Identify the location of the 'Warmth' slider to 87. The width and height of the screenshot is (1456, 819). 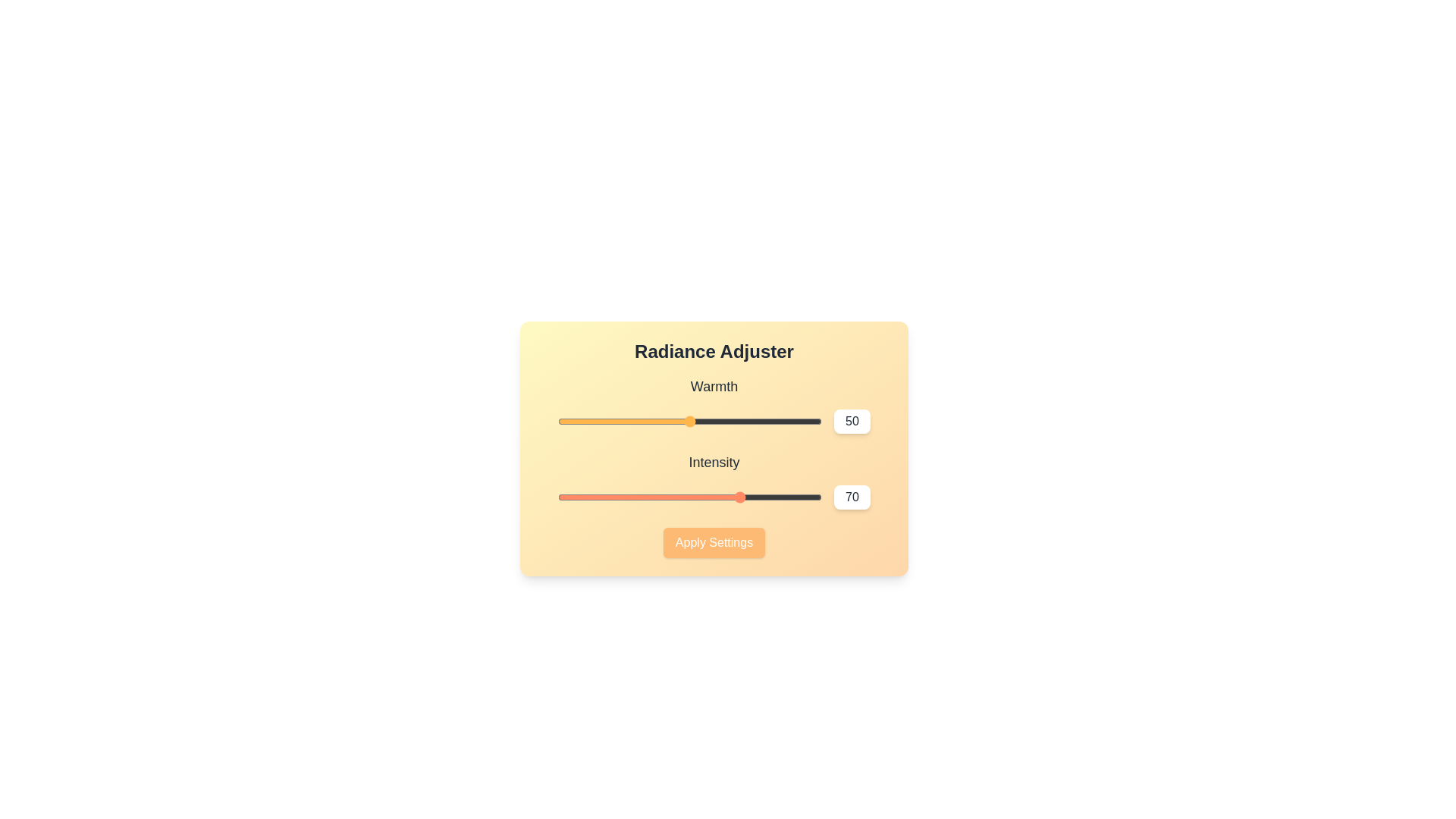
(787, 421).